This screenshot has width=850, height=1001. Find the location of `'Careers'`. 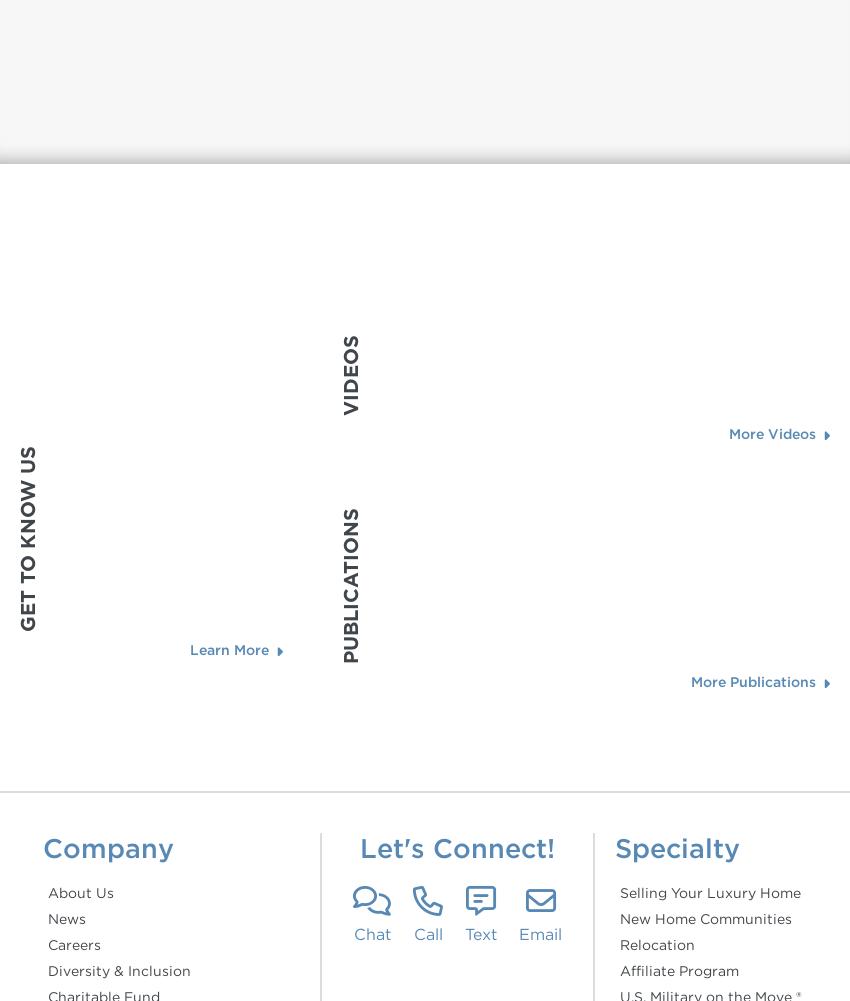

'Careers' is located at coordinates (74, 943).